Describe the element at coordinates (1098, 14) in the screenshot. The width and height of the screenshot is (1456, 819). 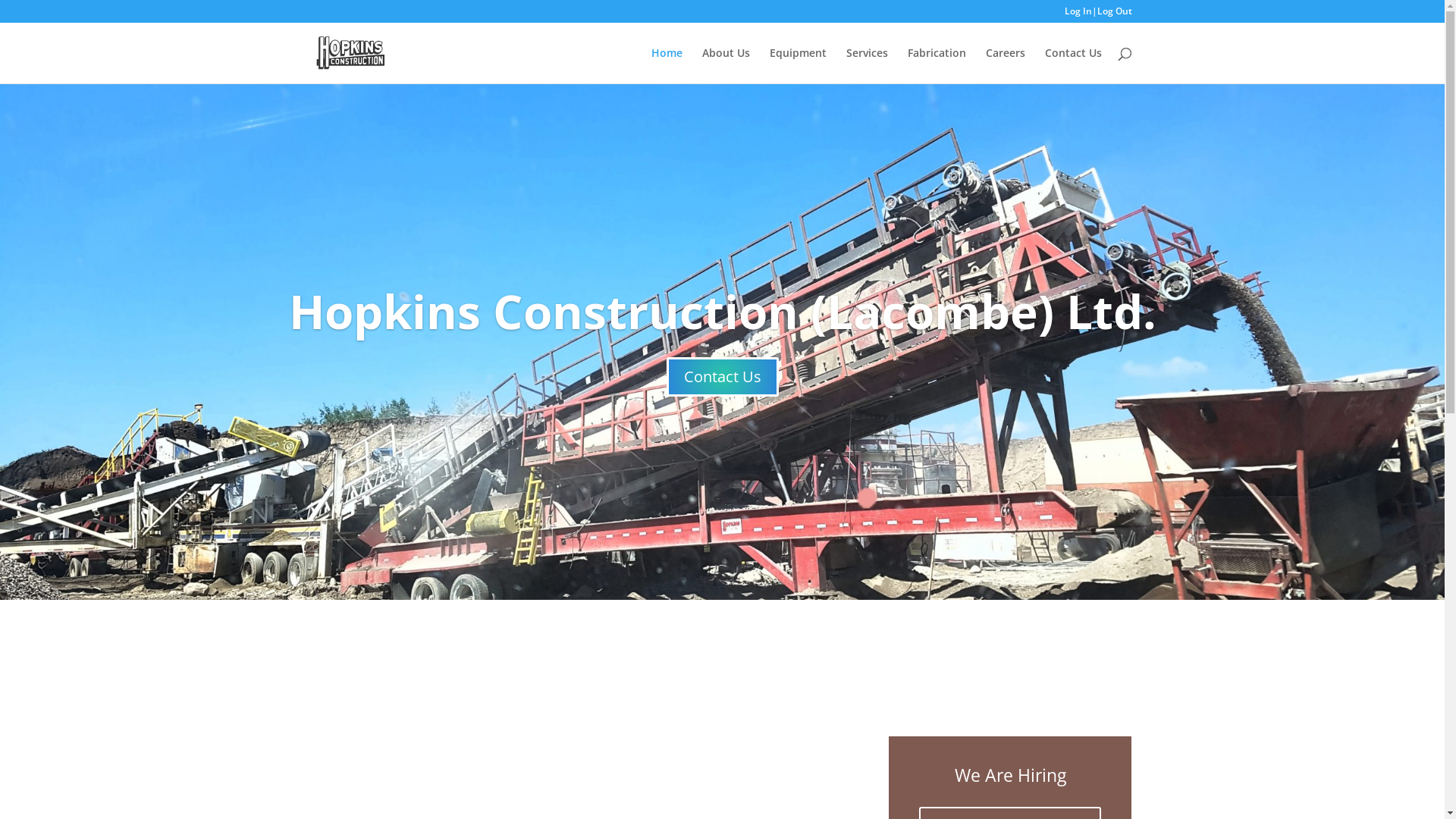
I see `'Log In|Log Out'` at that location.